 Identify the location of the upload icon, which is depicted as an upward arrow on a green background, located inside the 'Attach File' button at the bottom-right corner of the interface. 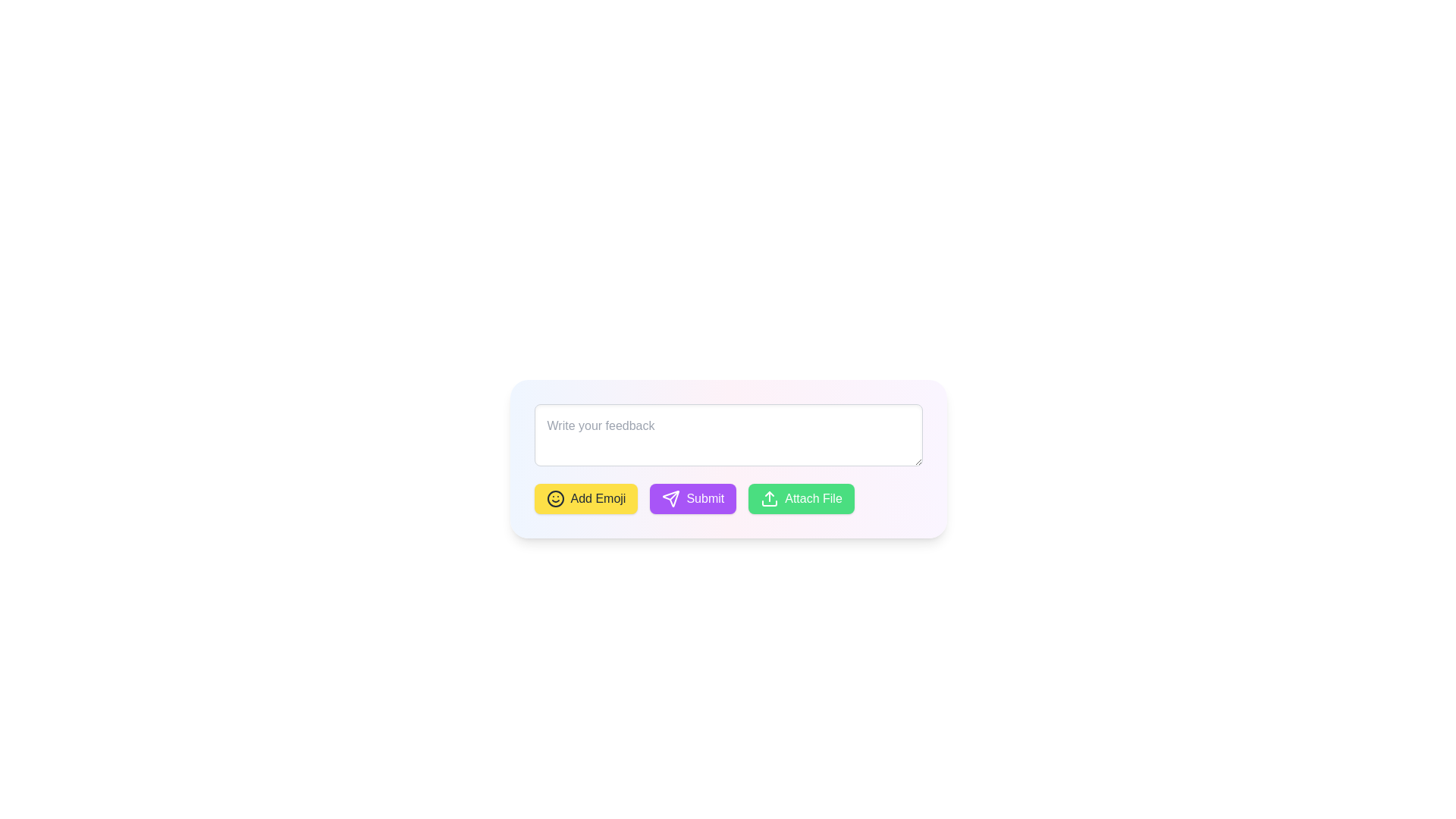
(770, 499).